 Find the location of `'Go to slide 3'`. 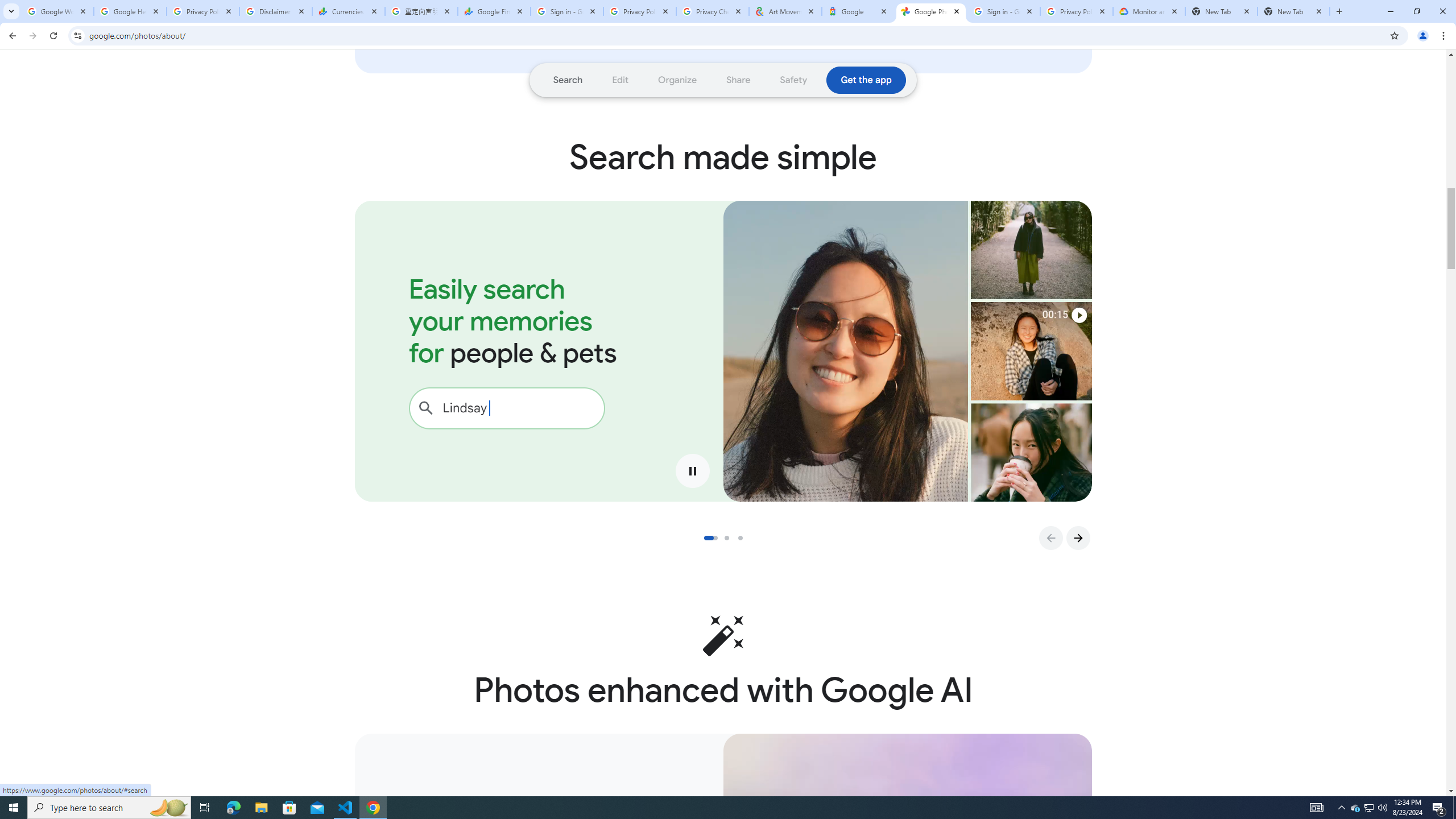

'Go to slide 3' is located at coordinates (744, 537).